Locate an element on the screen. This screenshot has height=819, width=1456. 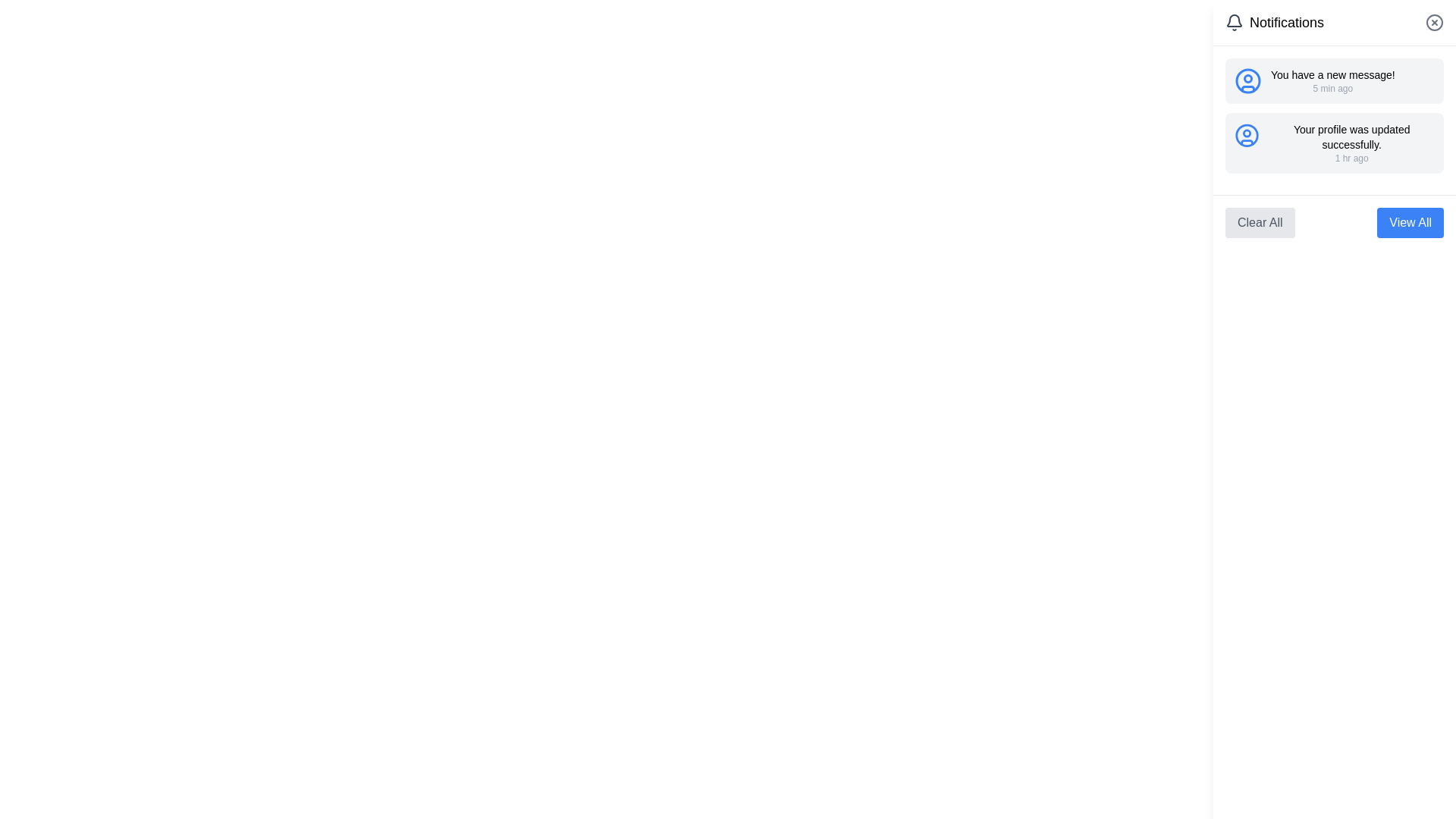
the small circular SVG decorative element located at the top-middle of a larger circular icon, which has a radius of 3 units is located at coordinates (1248, 79).